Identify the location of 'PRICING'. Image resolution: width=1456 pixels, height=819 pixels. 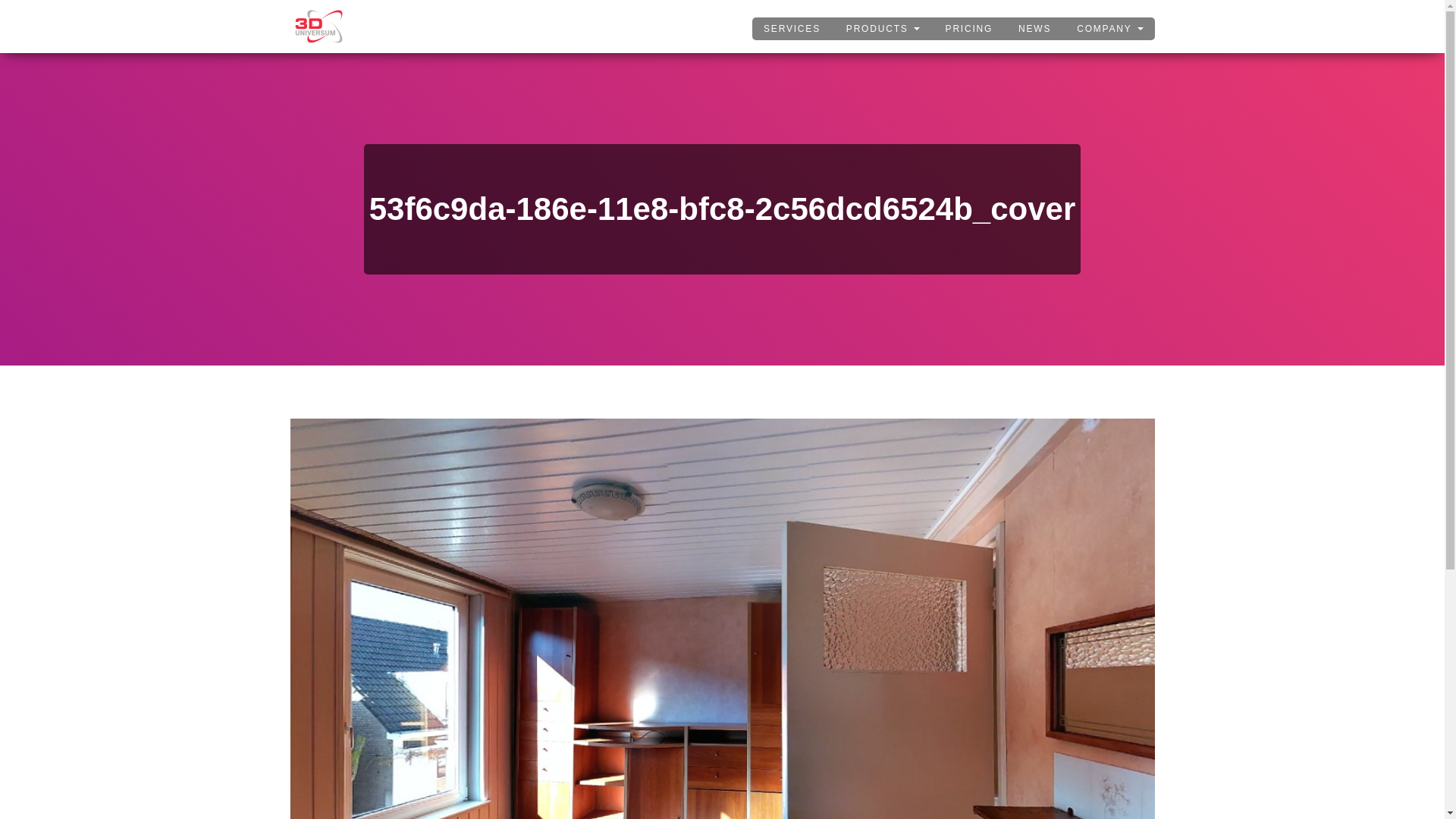
(968, 28).